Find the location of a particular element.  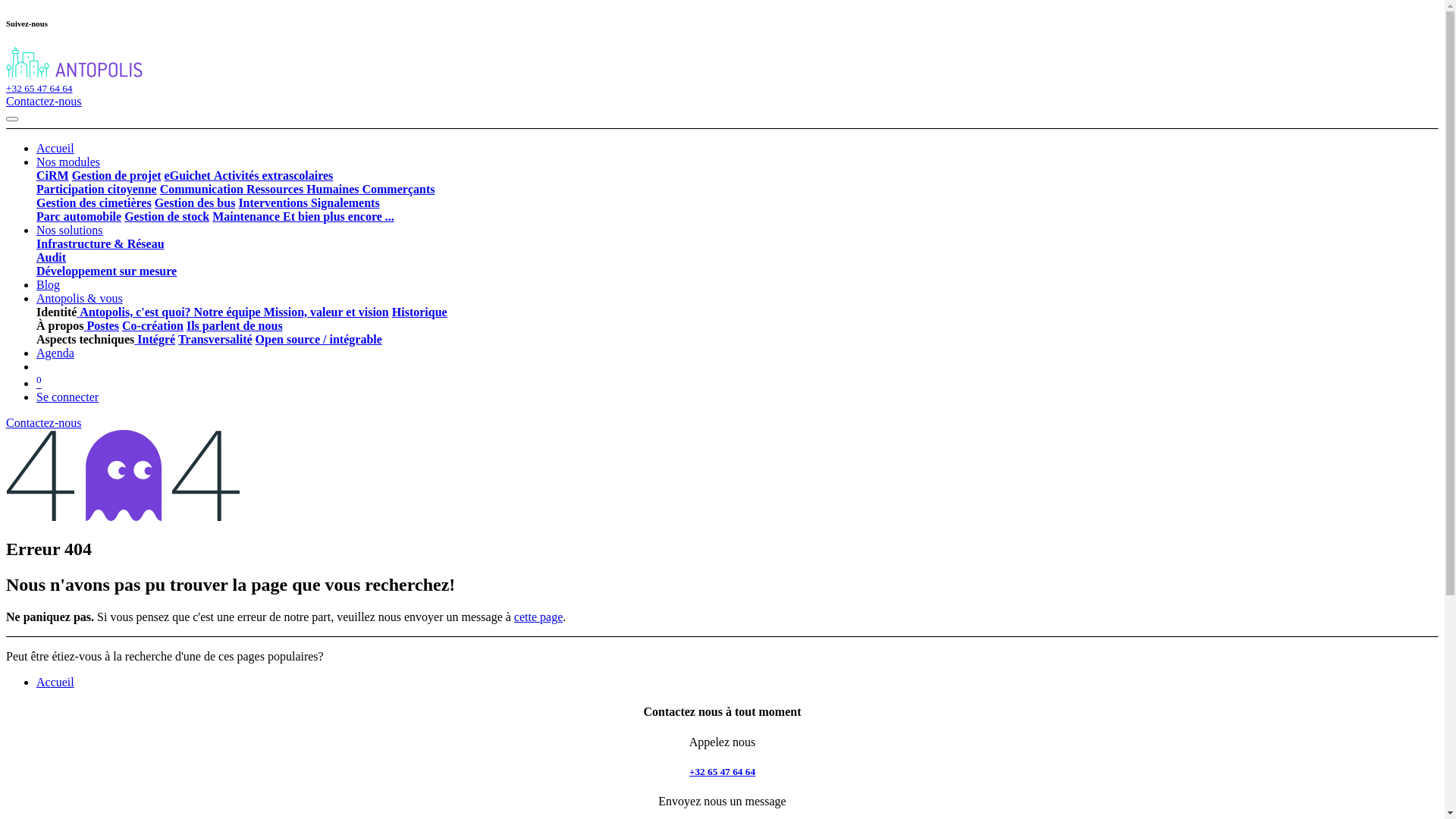

'Antopolis' is located at coordinates (73, 74).